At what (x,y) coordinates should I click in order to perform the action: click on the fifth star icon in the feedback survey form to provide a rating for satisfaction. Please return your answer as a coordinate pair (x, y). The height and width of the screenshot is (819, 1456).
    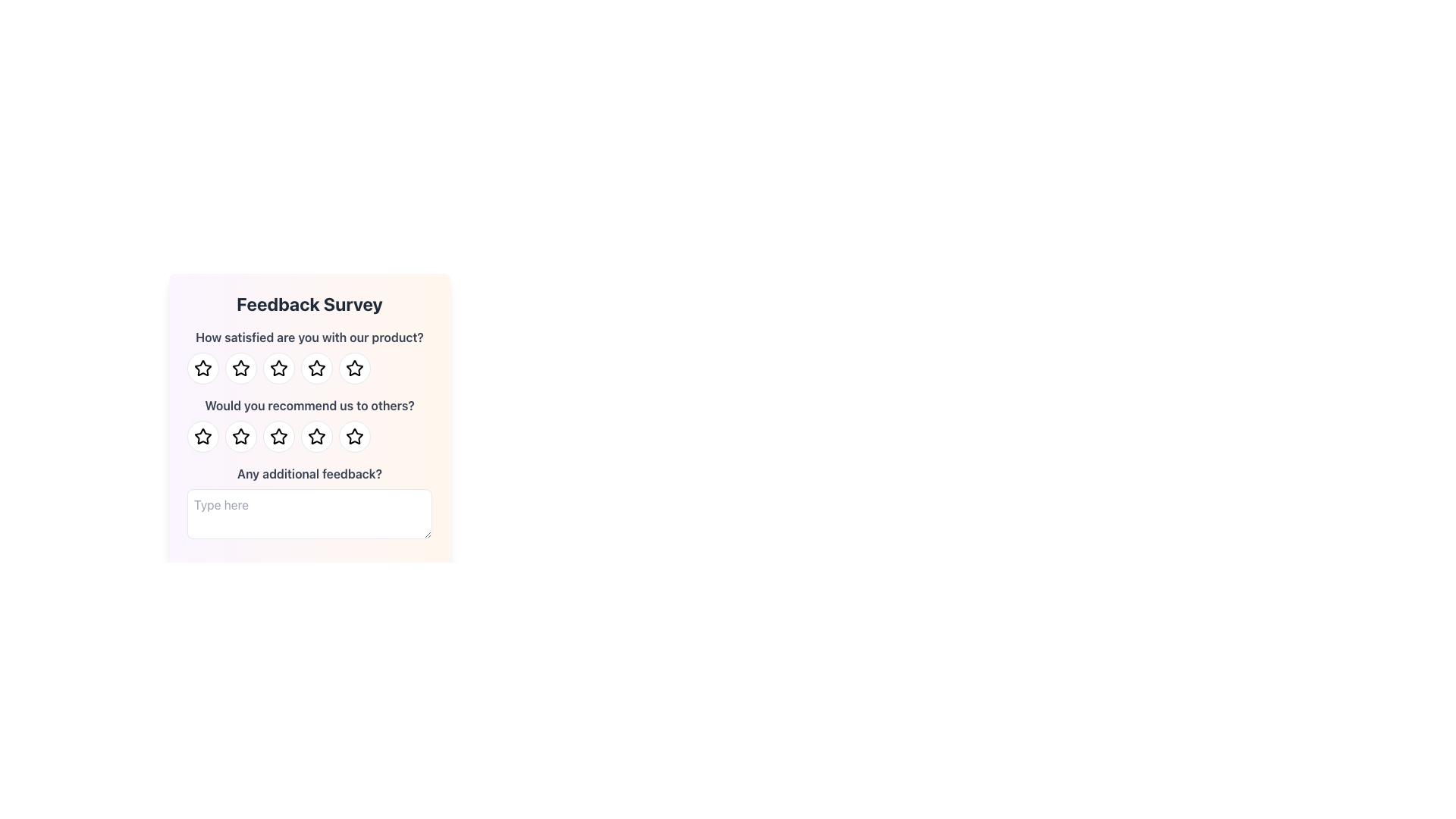
    Looking at the image, I should click on (353, 368).